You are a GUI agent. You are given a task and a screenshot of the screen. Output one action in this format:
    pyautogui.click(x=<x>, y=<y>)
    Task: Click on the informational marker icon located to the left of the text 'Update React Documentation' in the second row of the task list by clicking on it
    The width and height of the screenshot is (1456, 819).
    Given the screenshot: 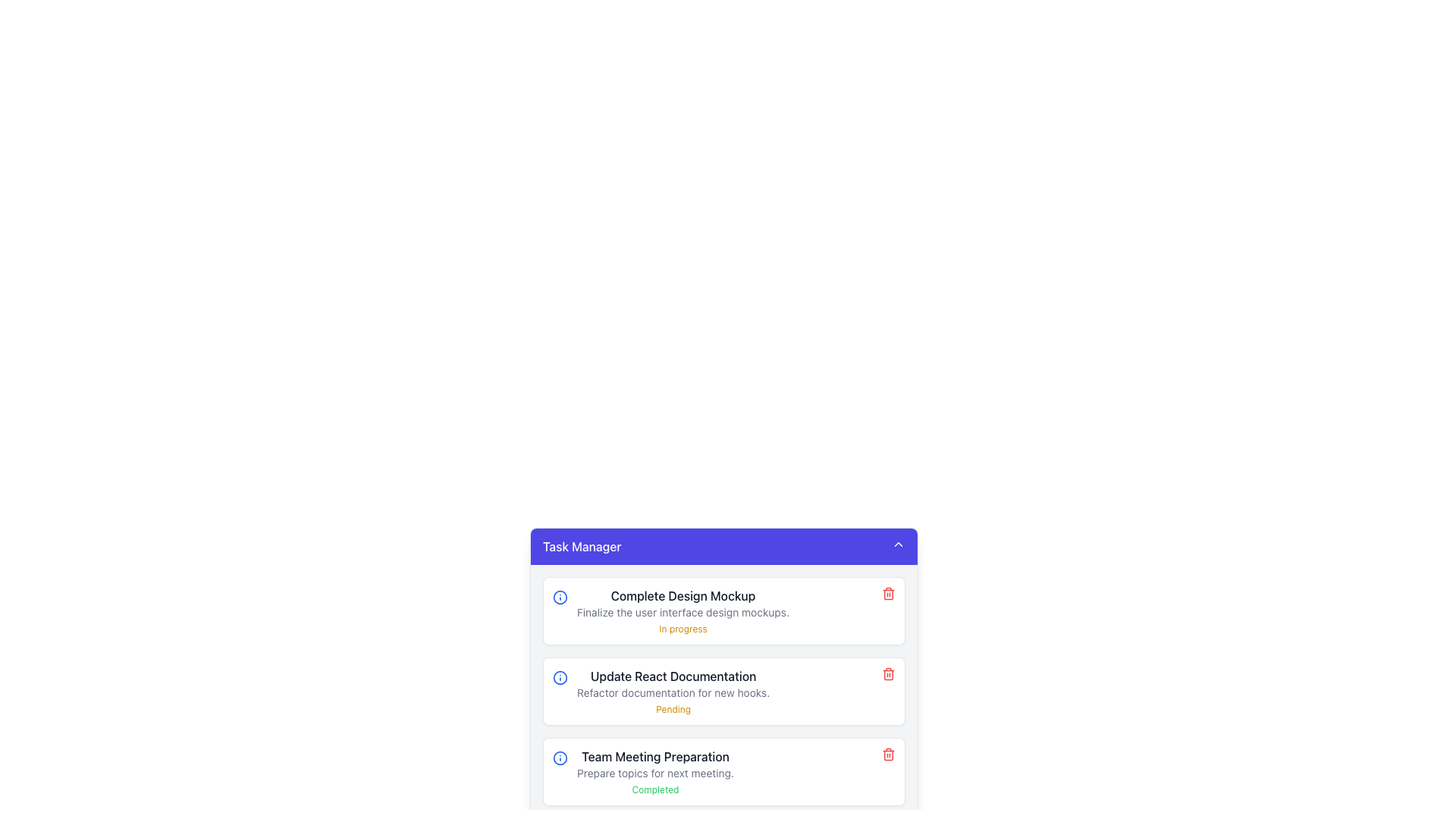 What is the action you would take?
    pyautogui.click(x=560, y=677)
    